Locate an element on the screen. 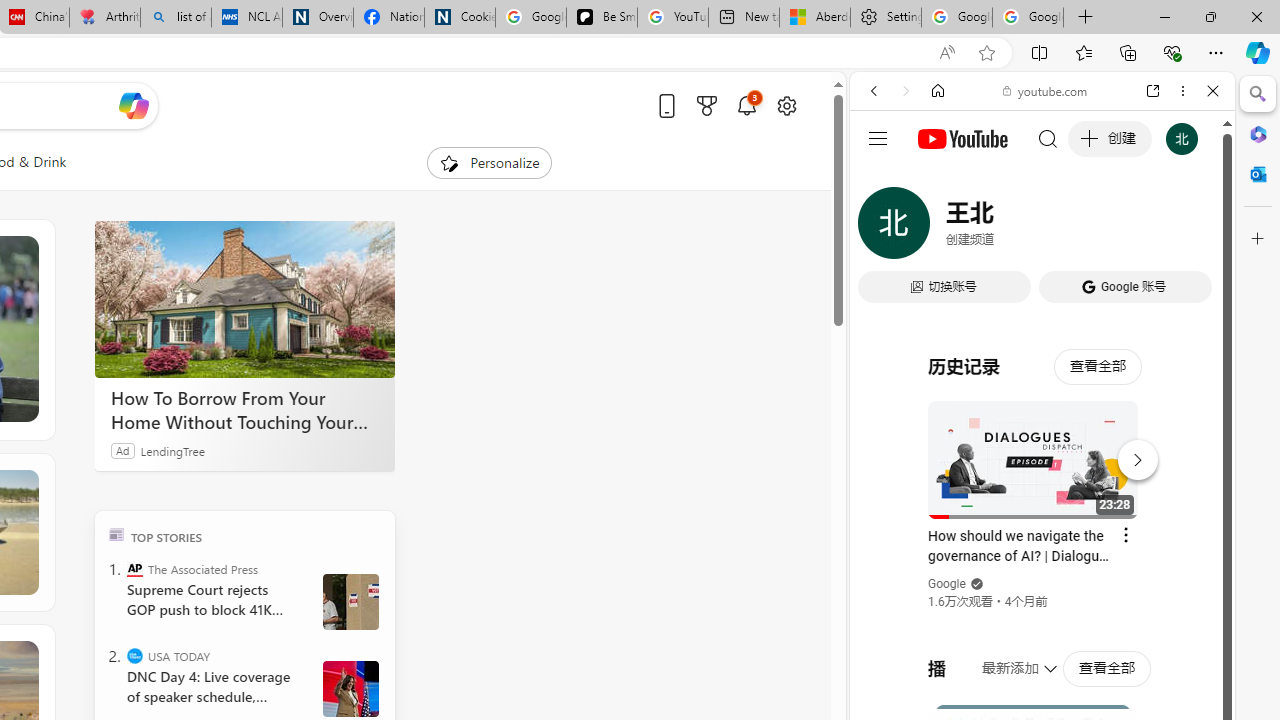 The image size is (1280, 720). 'Ad' is located at coordinates (122, 450).